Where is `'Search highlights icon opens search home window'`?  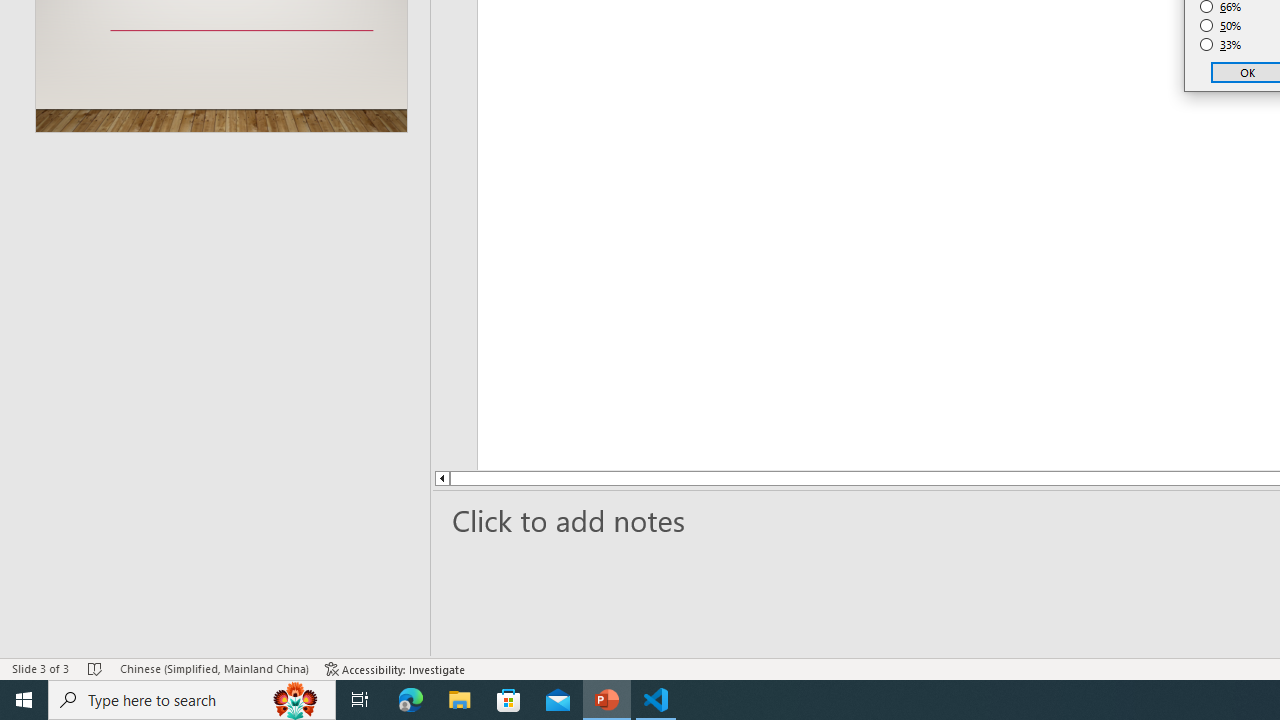 'Search highlights icon opens search home window' is located at coordinates (294, 698).